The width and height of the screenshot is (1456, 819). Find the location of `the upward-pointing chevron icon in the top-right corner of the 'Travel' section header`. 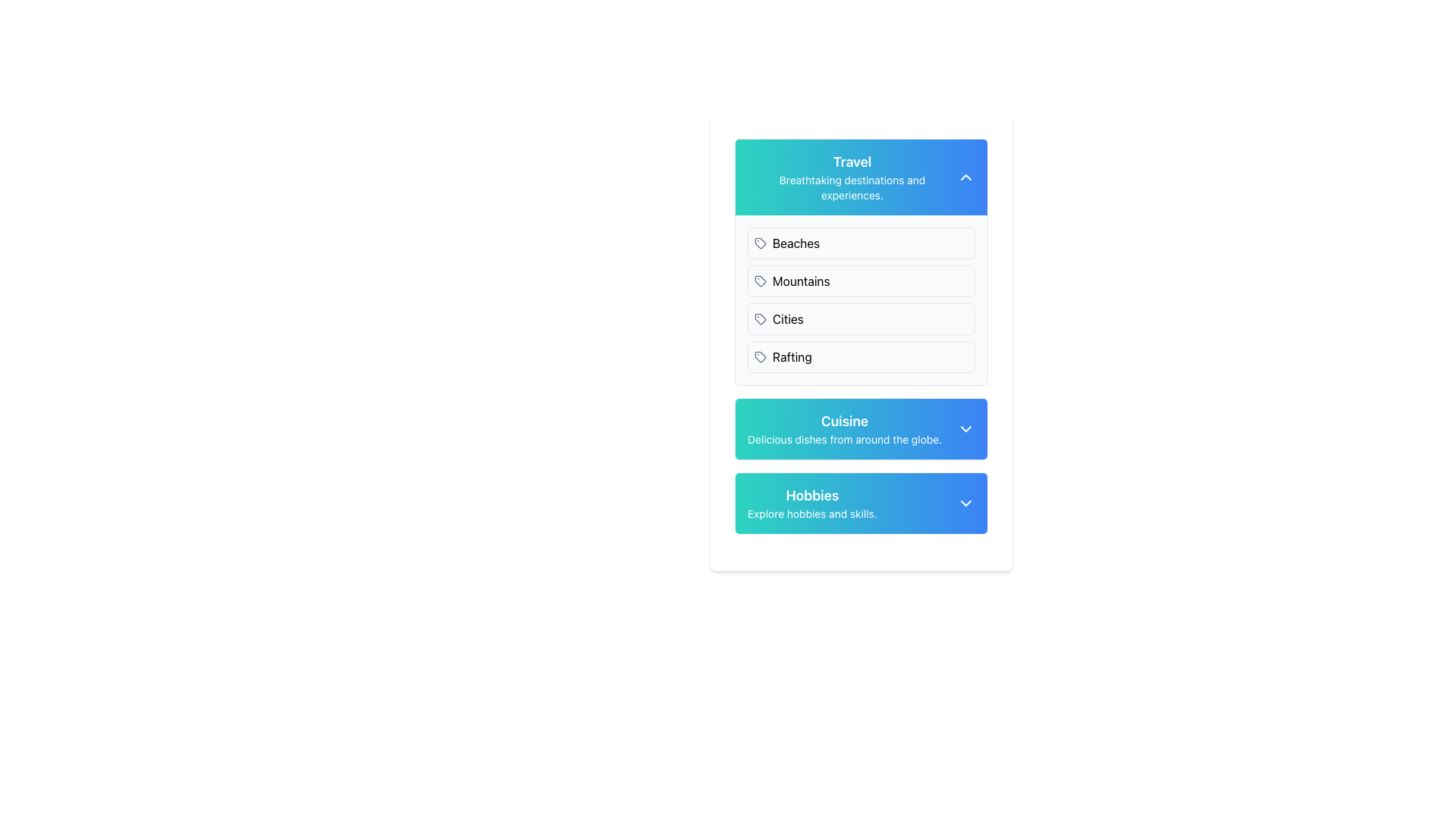

the upward-pointing chevron icon in the top-right corner of the 'Travel' section header is located at coordinates (965, 177).